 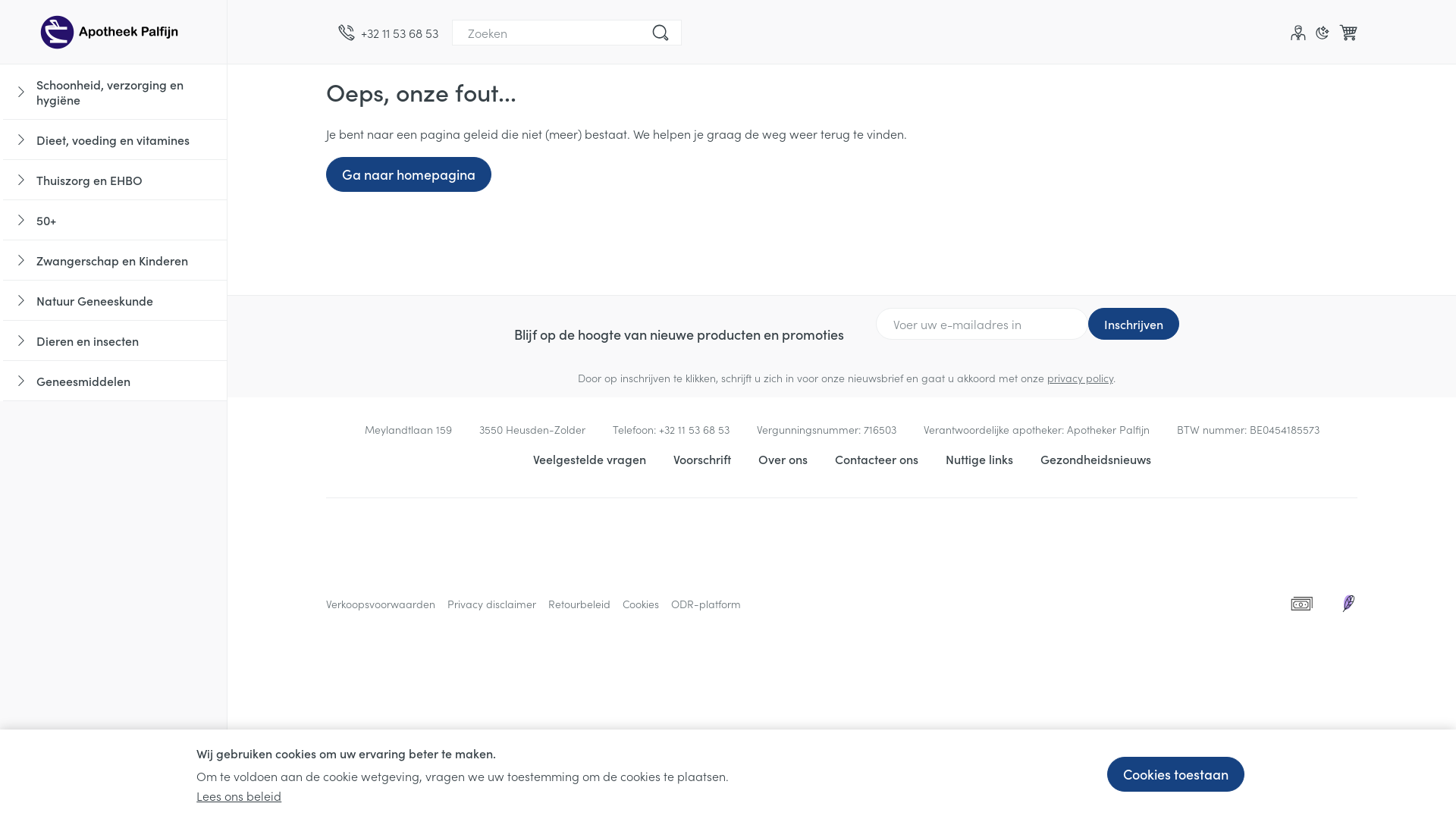 What do you see at coordinates (622, 602) in the screenshot?
I see `'Cookies'` at bounding box center [622, 602].